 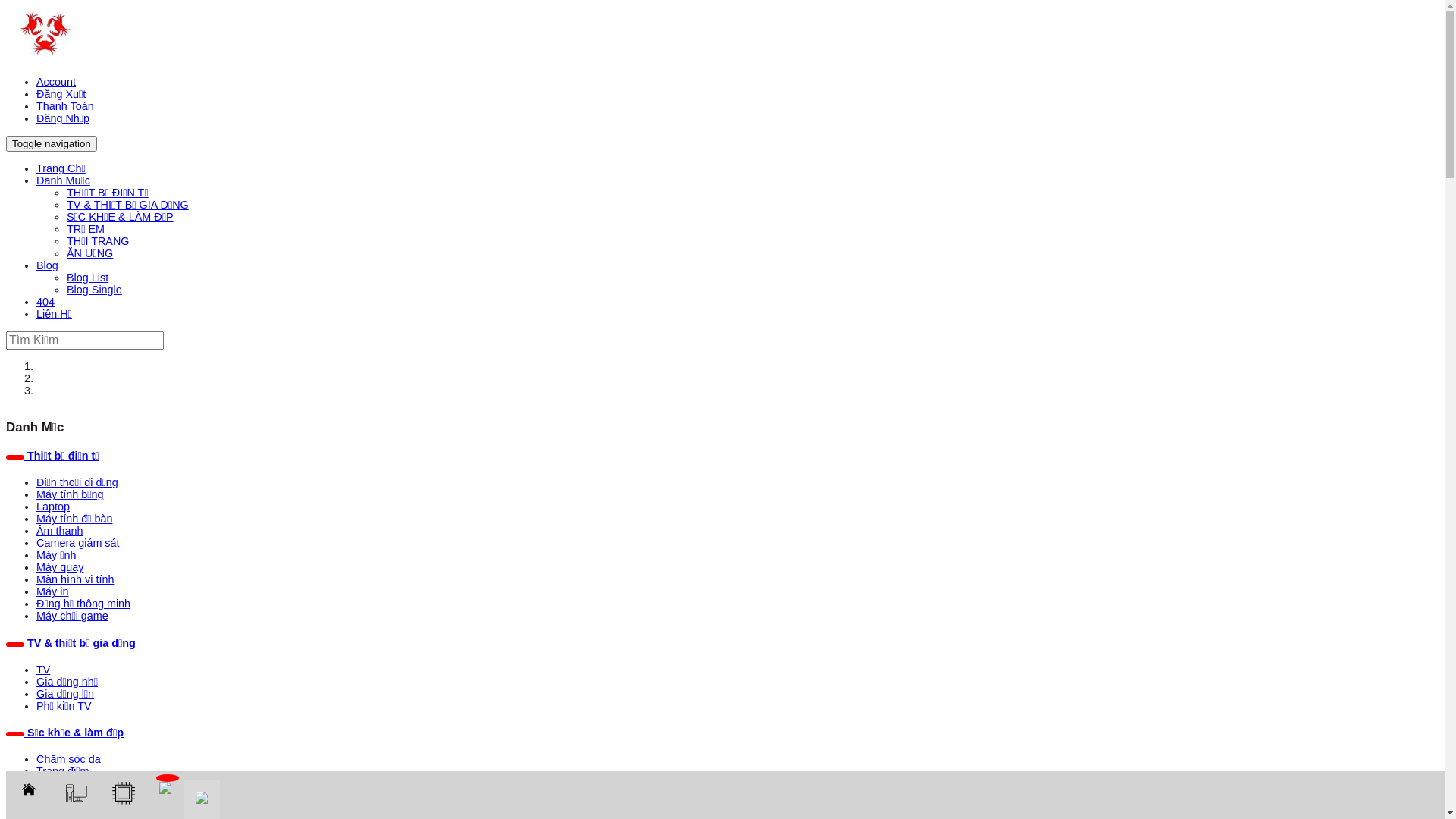 I want to click on 'TV', so click(x=43, y=669).